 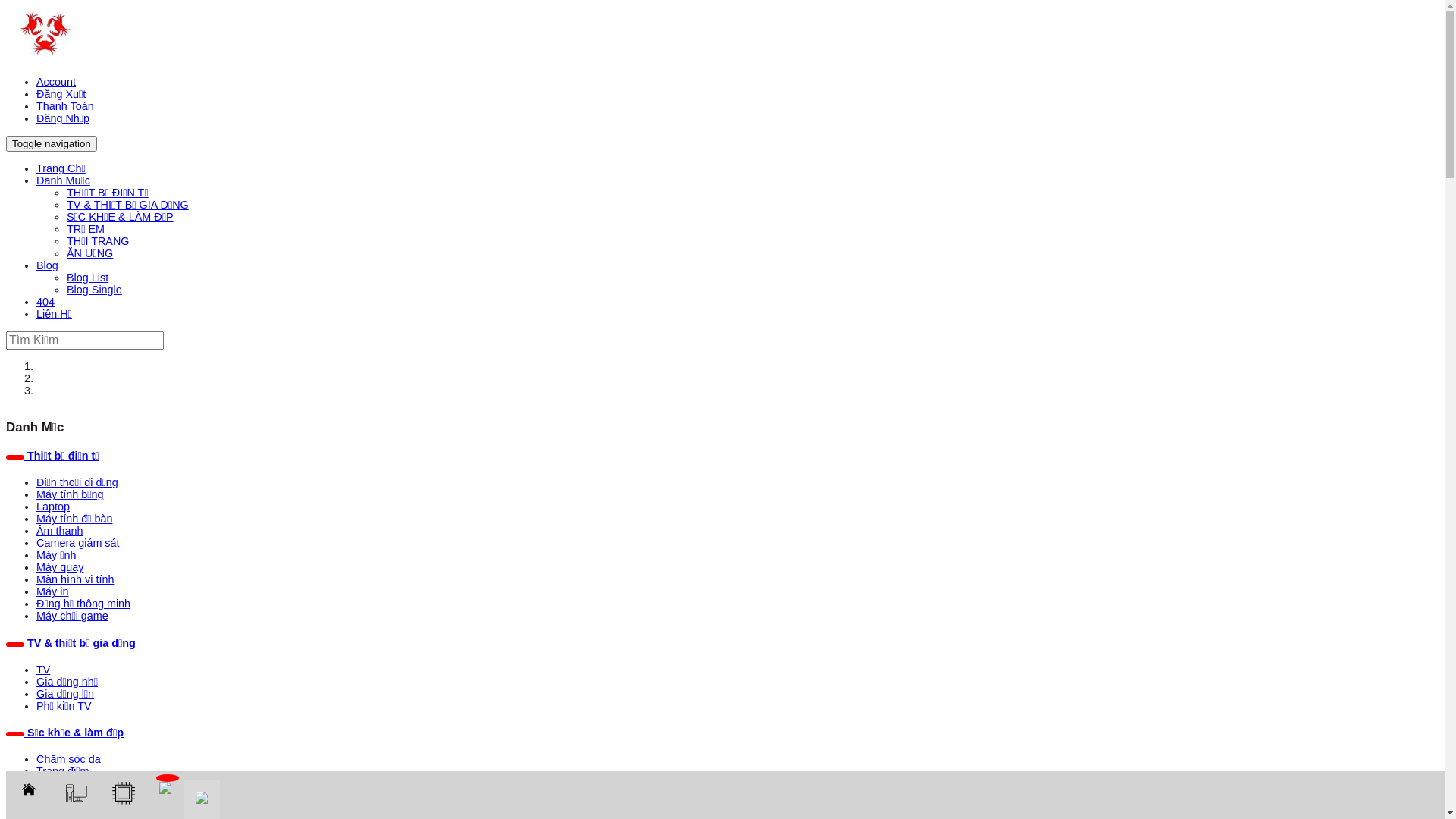 I want to click on 'TV', so click(x=43, y=669).